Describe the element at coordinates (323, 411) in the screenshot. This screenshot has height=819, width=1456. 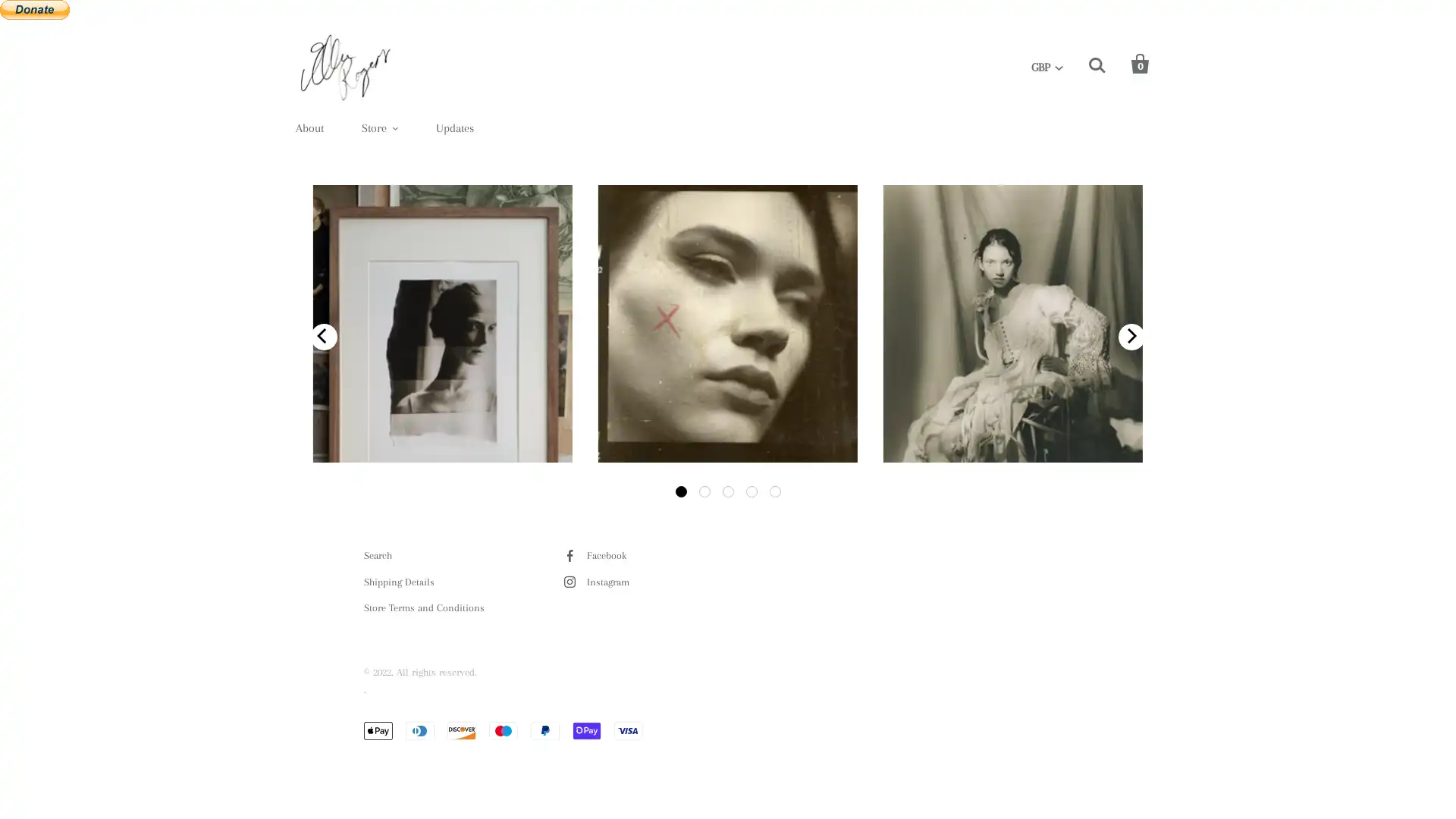
I see `previous` at that location.